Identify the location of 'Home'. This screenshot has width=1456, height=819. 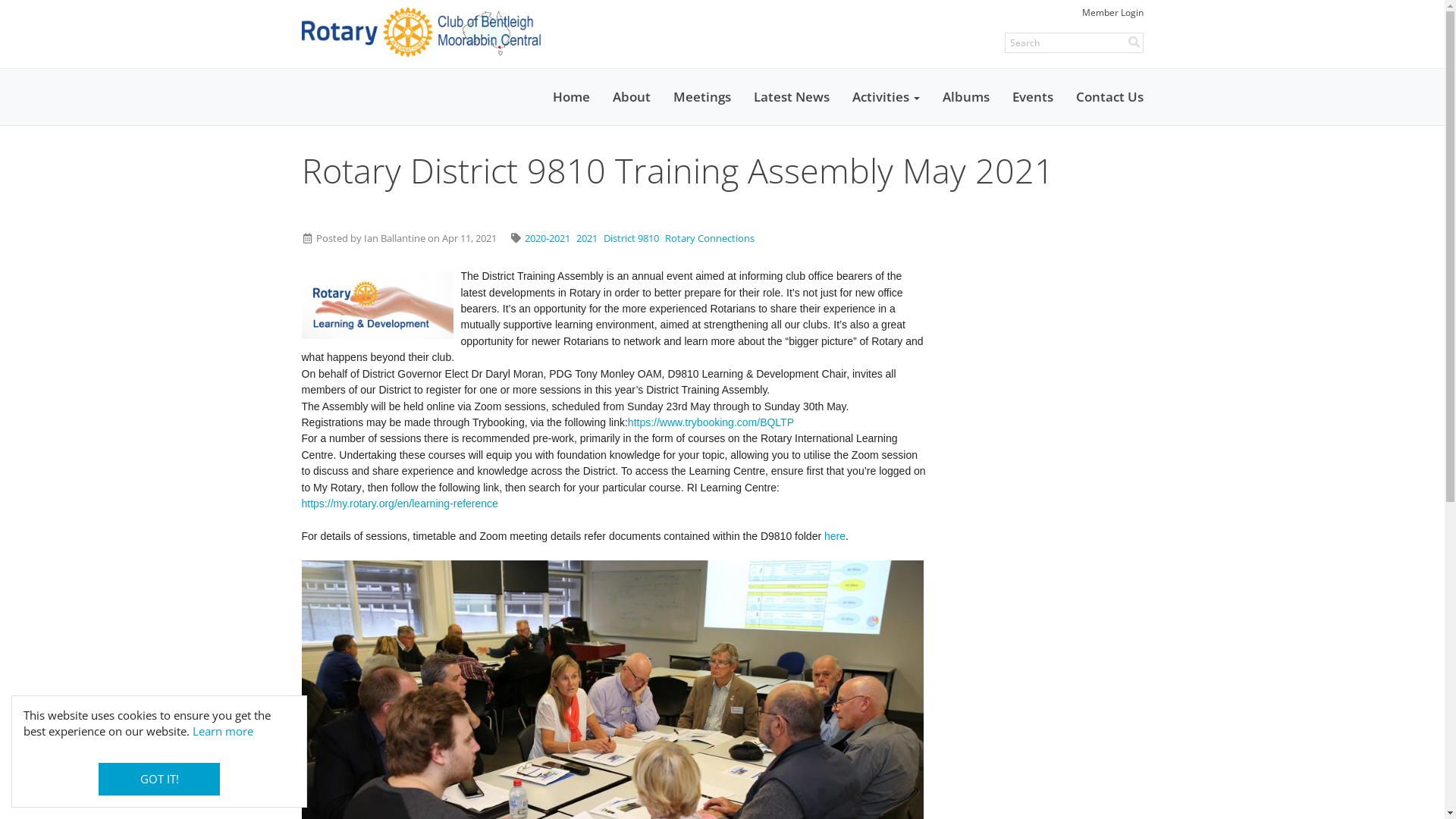
(541, 96).